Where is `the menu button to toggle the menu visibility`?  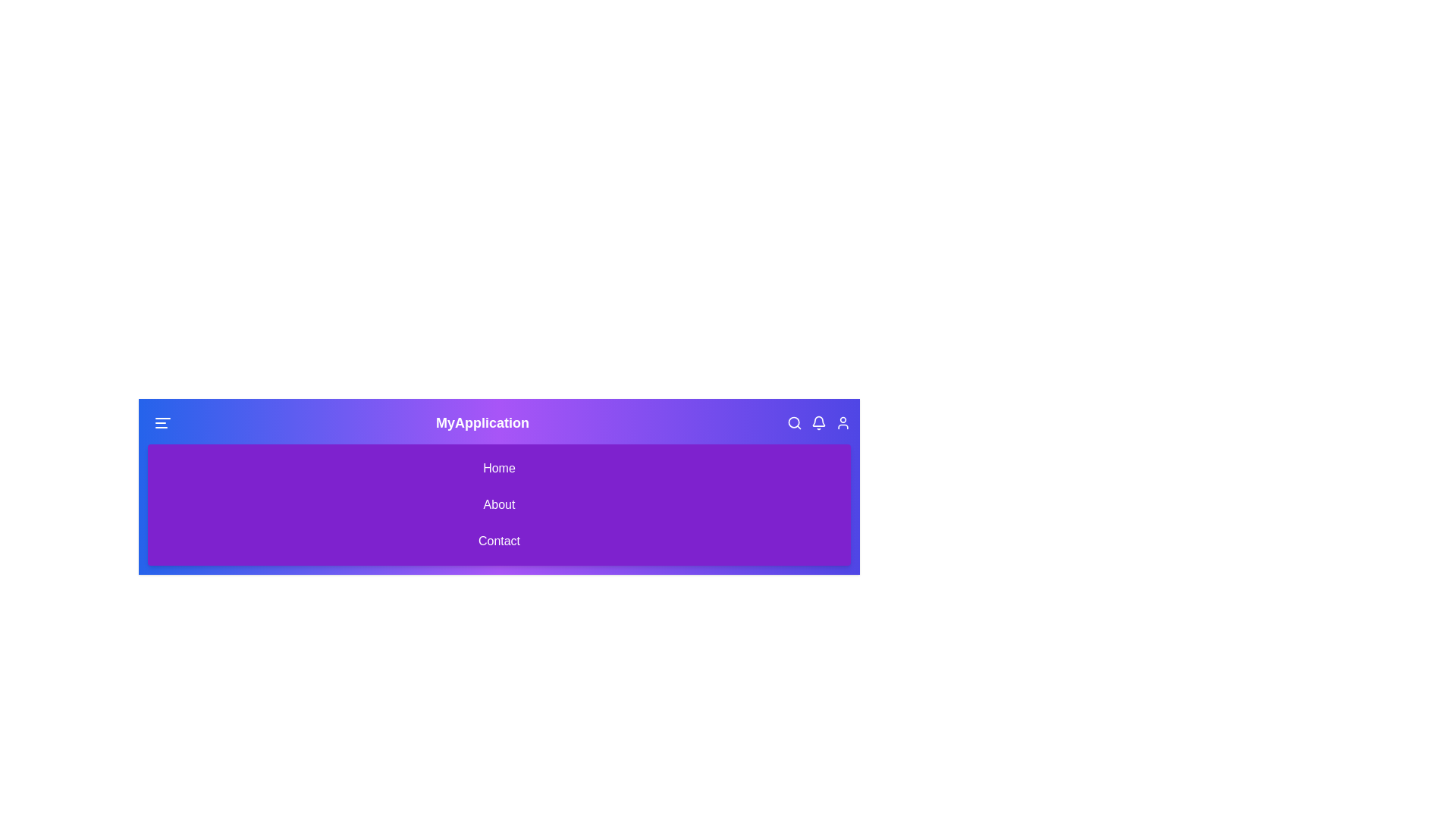 the menu button to toggle the menu visibility is located at coordinates (163, 423).